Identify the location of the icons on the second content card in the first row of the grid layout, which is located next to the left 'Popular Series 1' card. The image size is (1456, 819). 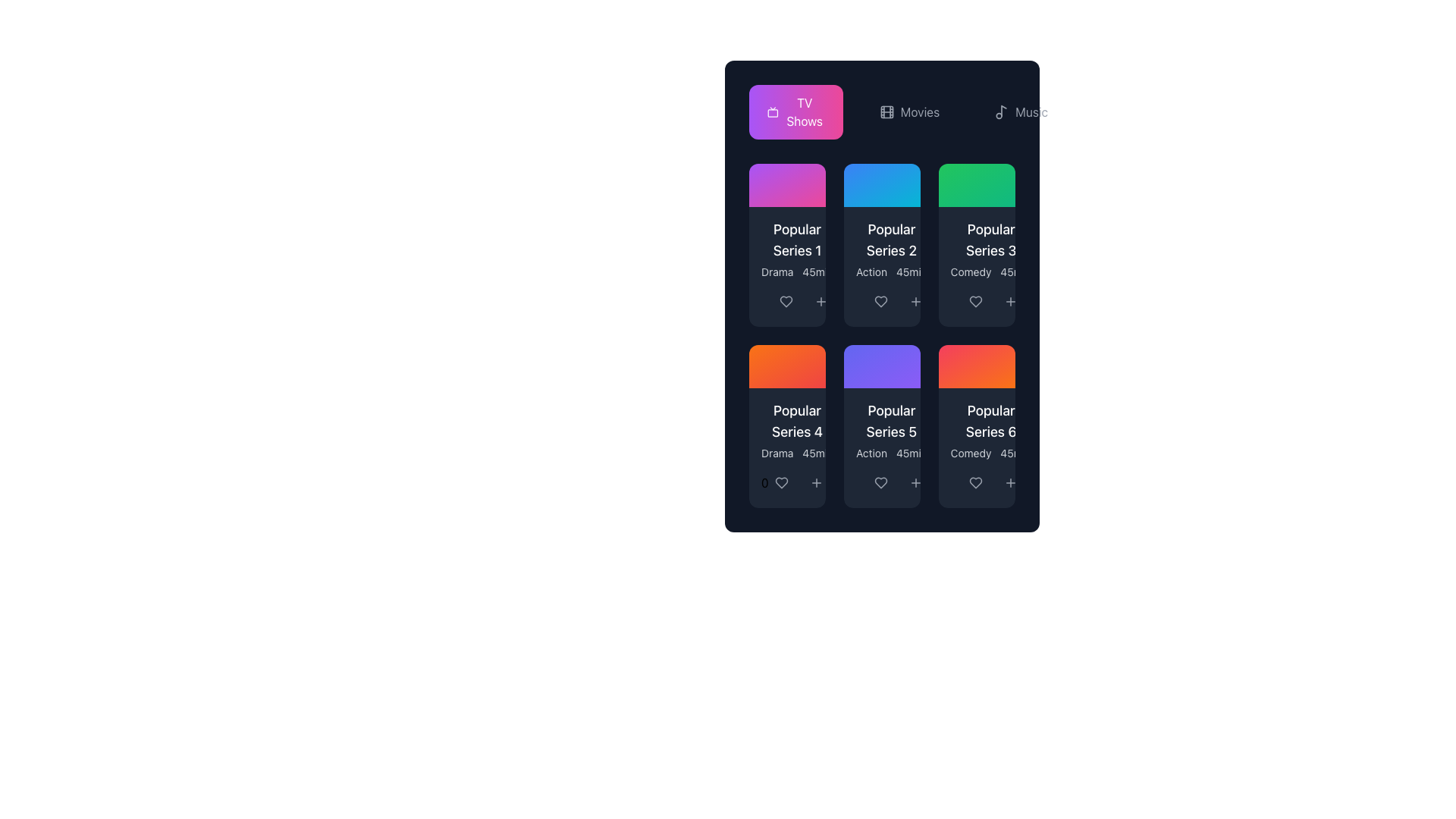
(882, 244).